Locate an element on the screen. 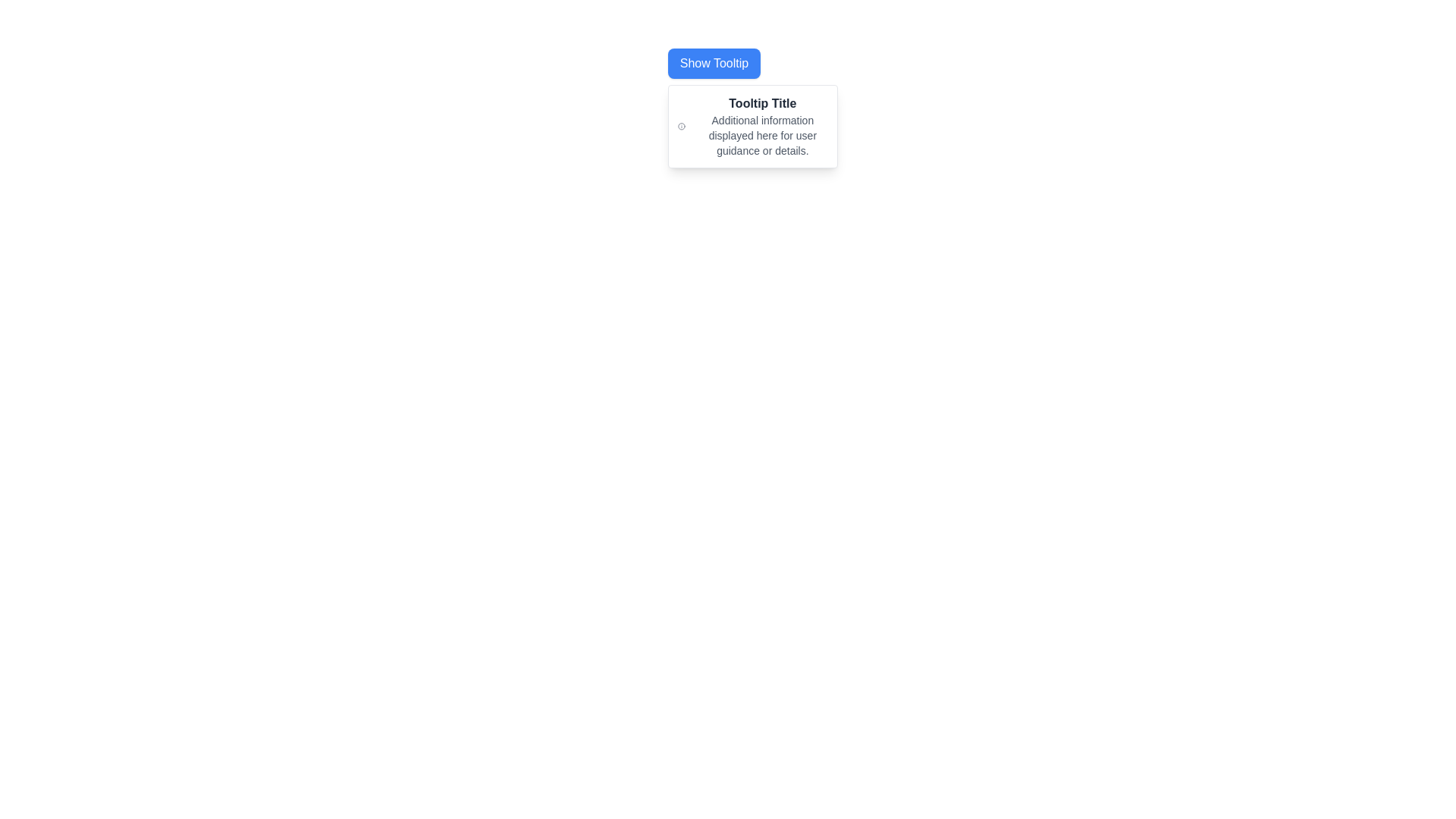  tooltip information displayed below the 'Show Tooltip' button, which provides additional guidance to the user is located at coordinates (762, 125).